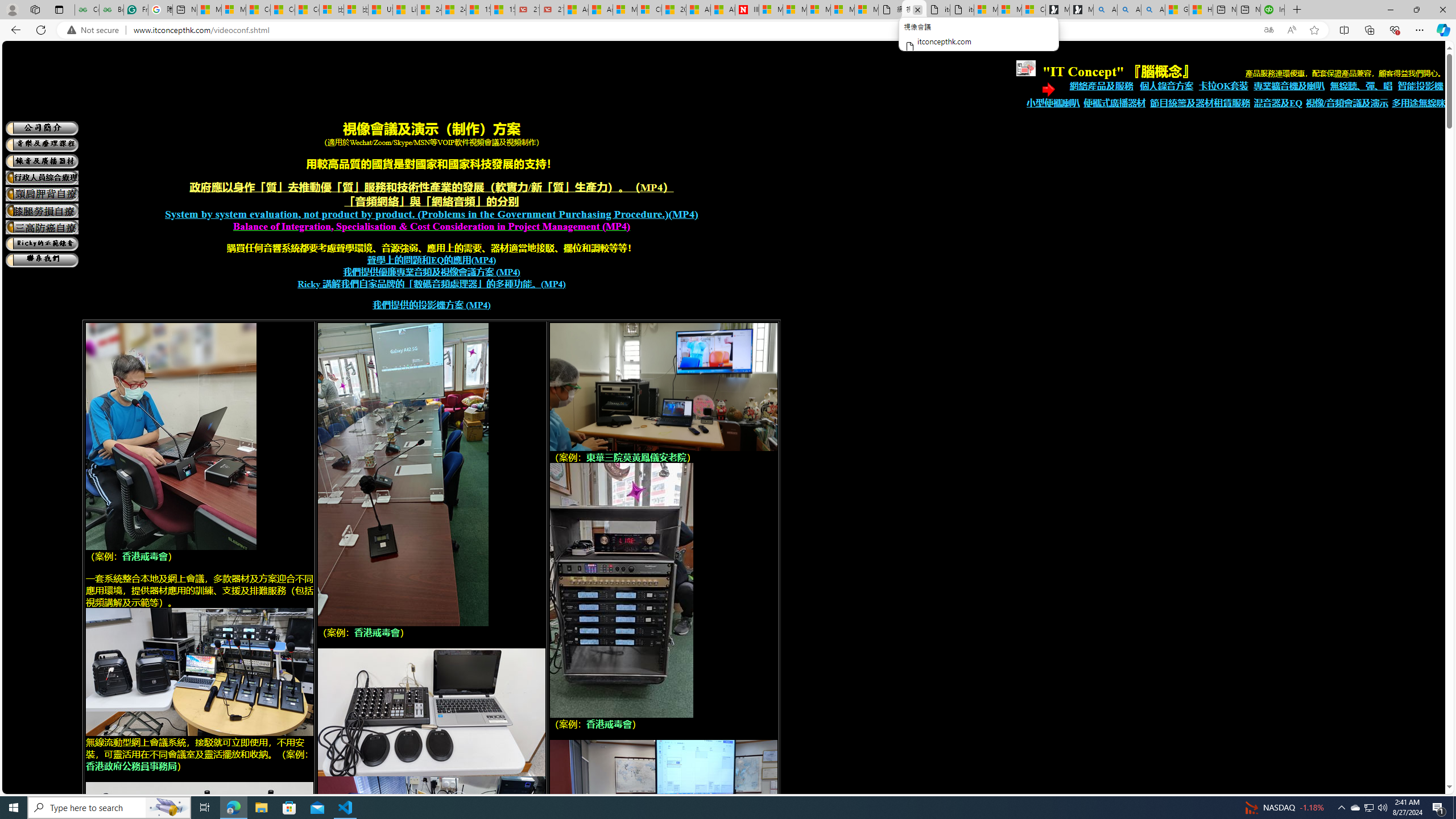 This screenshot has height=819, width=1456. What do you see at coordinates (1152, 9) in the screenshot?
I see `'Alabama high school quarterback dies - Search Videos'` at bounding box center [1152, 9].